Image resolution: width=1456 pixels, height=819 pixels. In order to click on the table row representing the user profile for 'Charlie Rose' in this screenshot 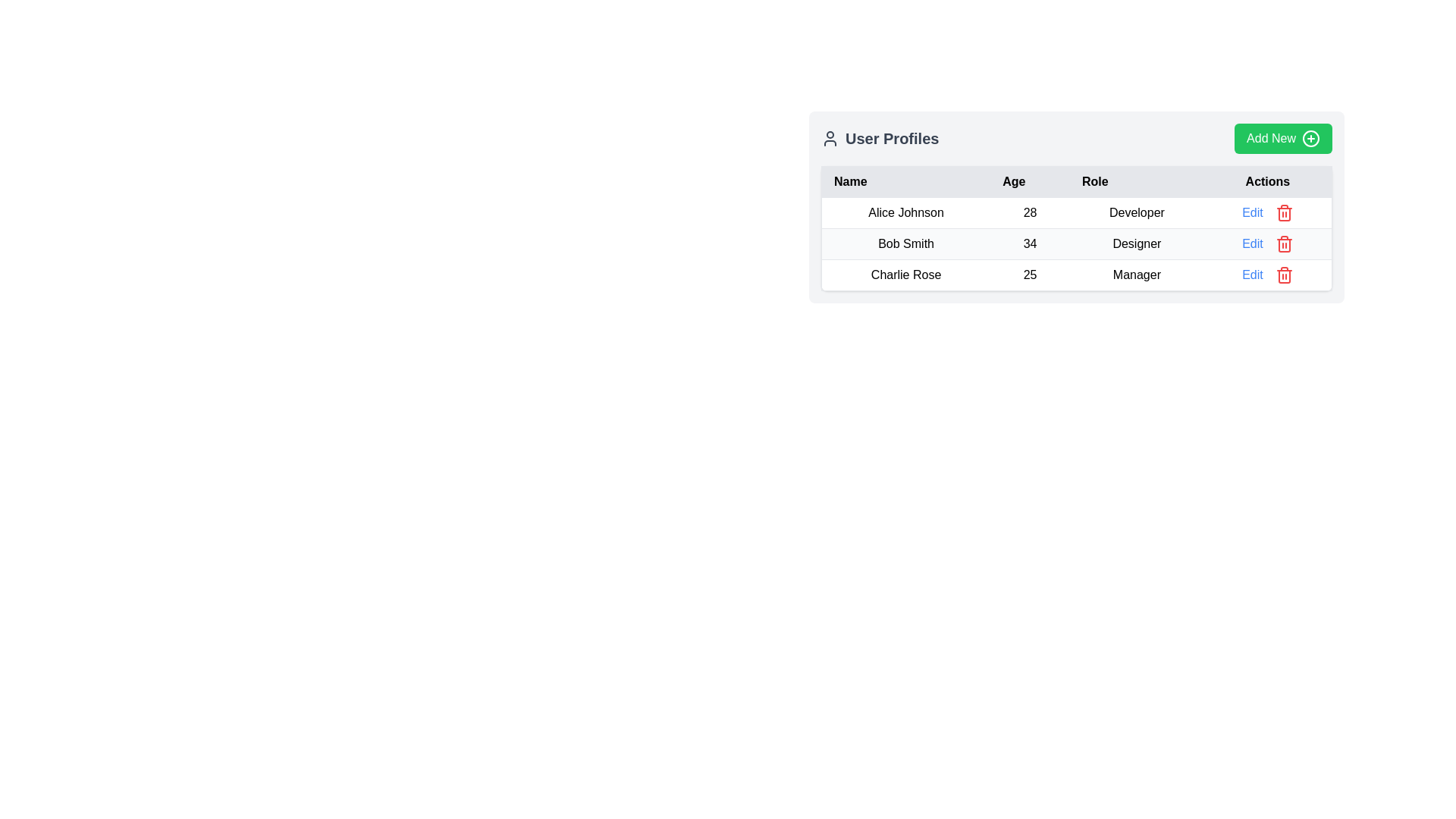, I will do `click(1076, 275)`.